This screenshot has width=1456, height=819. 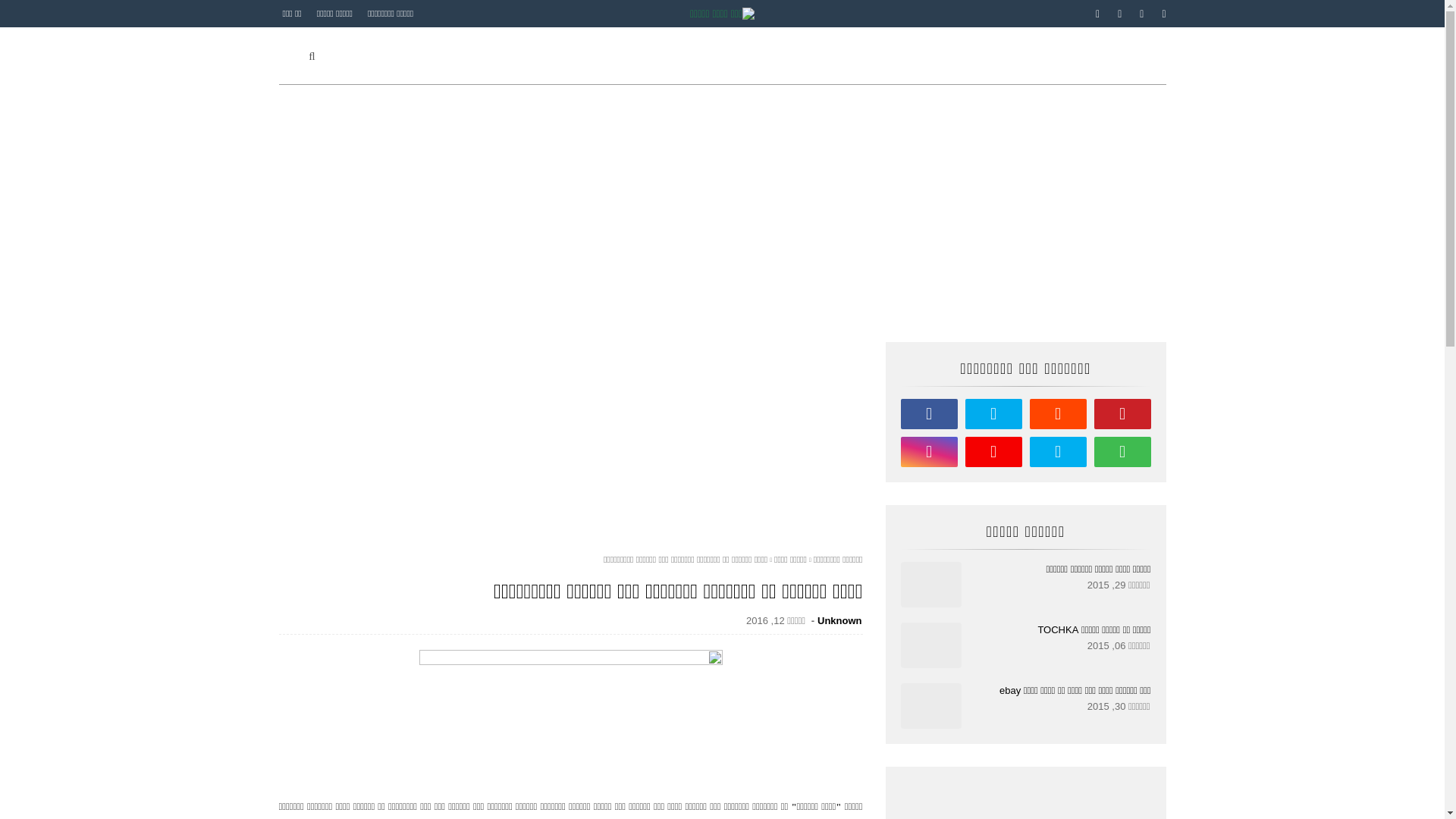 What do you see at coordinates (1119, 13) in the screenshot?
I see `'twitter'` at bounding box center [1119, 13].